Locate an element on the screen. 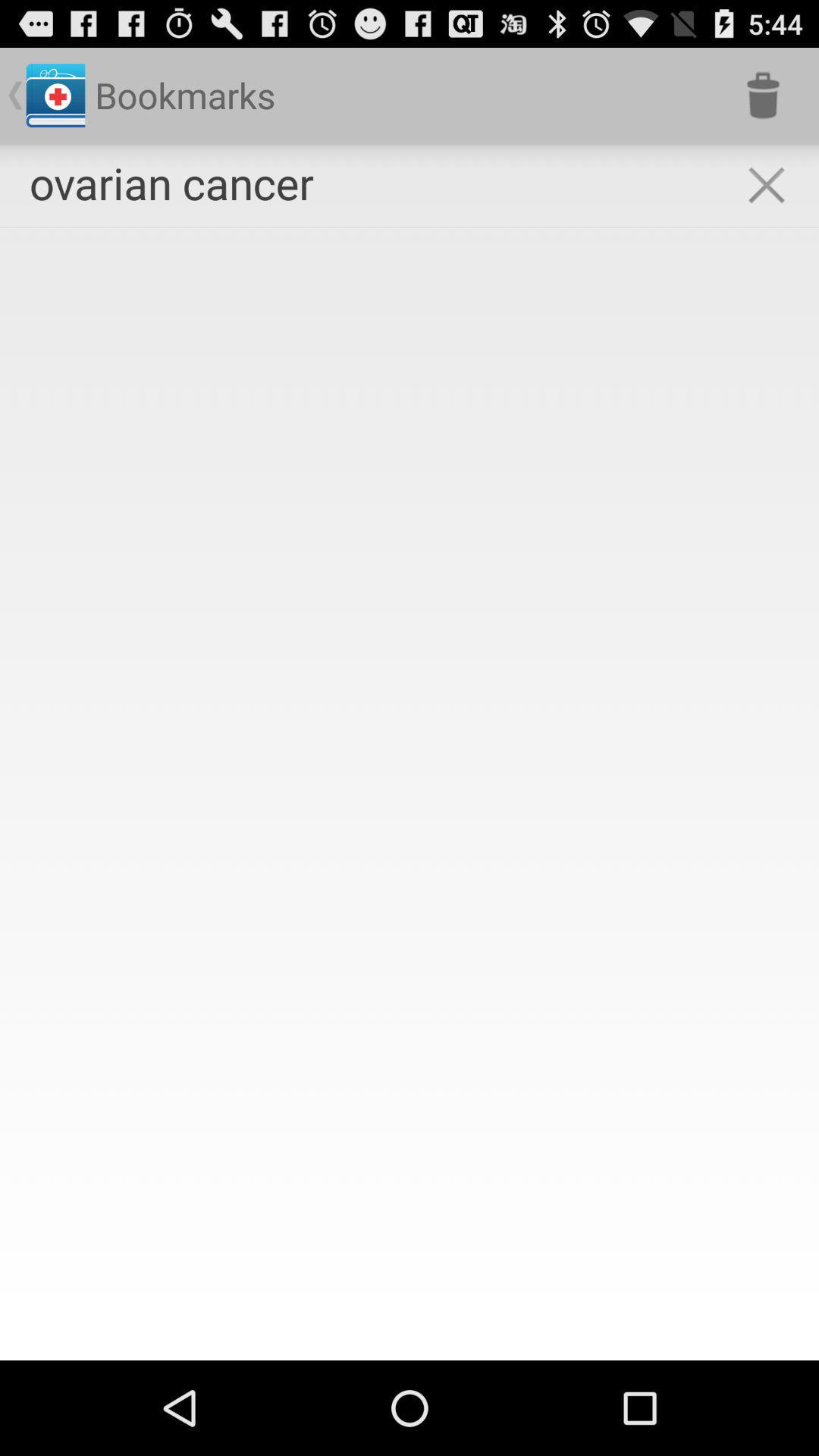  icon to the right of ovarian cancer item is located at coordinates (763, 94).